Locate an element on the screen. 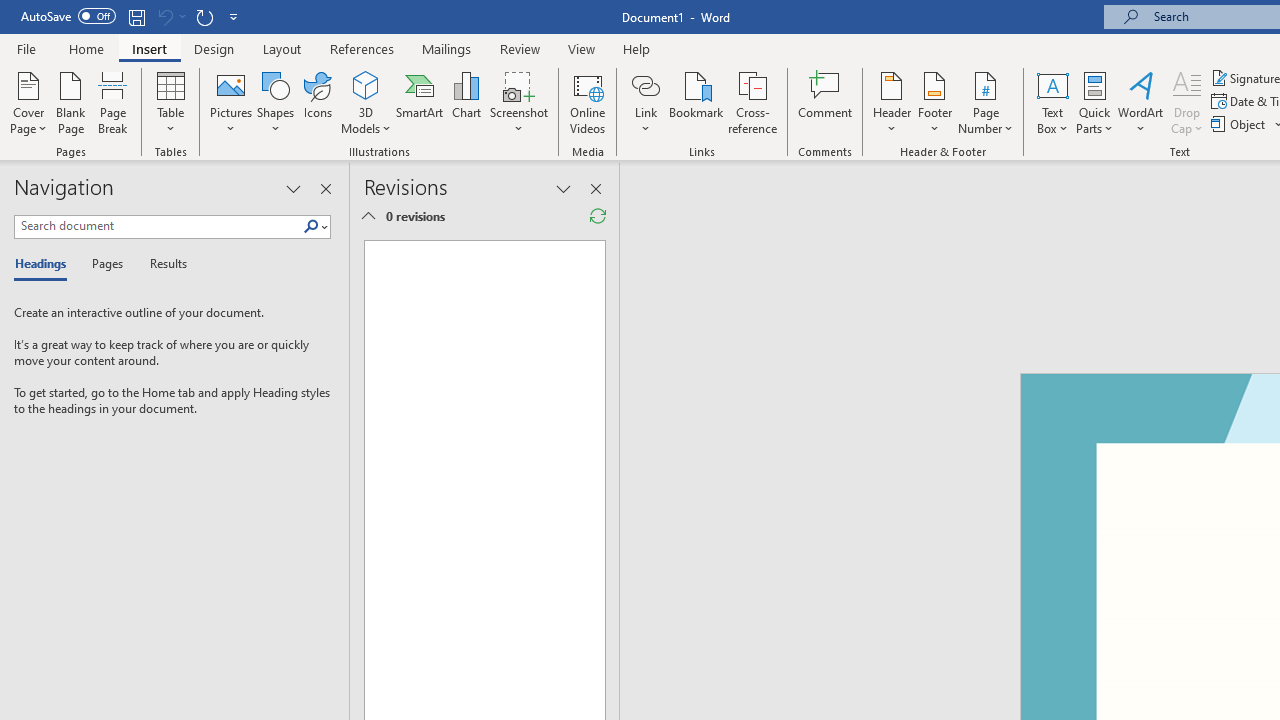 This screenshot has height=720, width=1280. 'Page Break' is located at coordinates (112, 103).